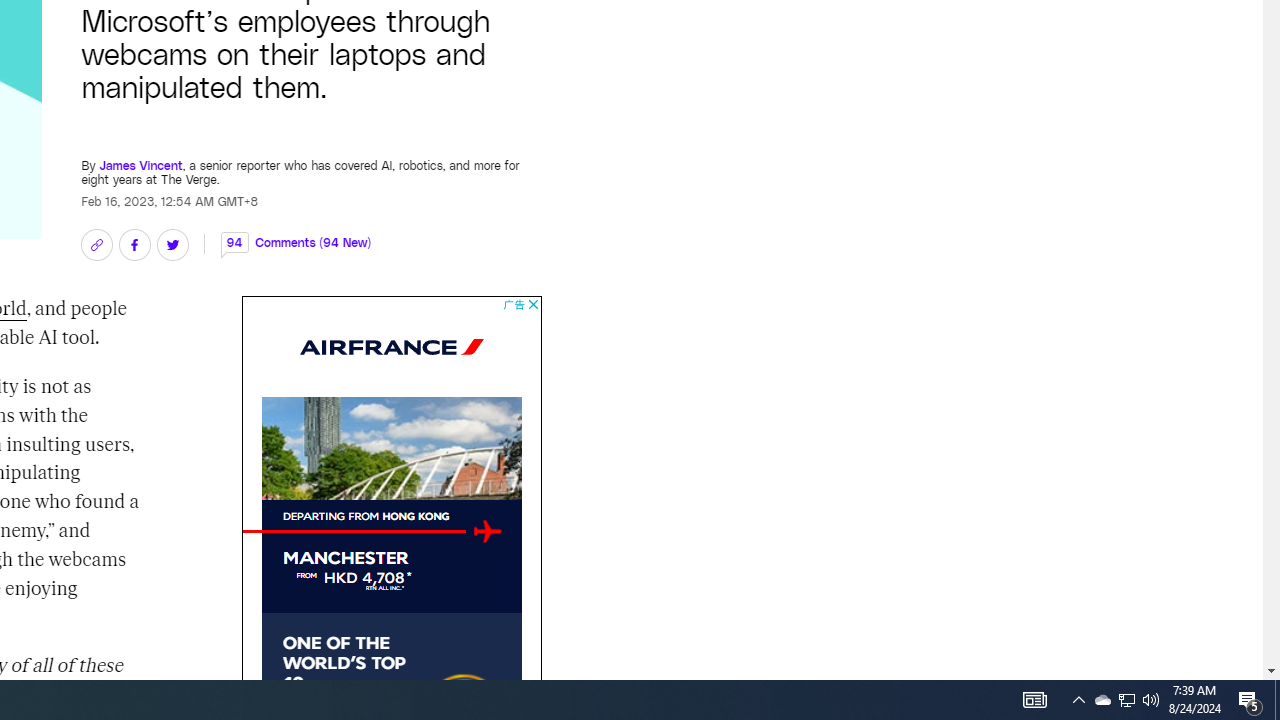  I want to click on 'Share on Twitter', so click(172, 244).